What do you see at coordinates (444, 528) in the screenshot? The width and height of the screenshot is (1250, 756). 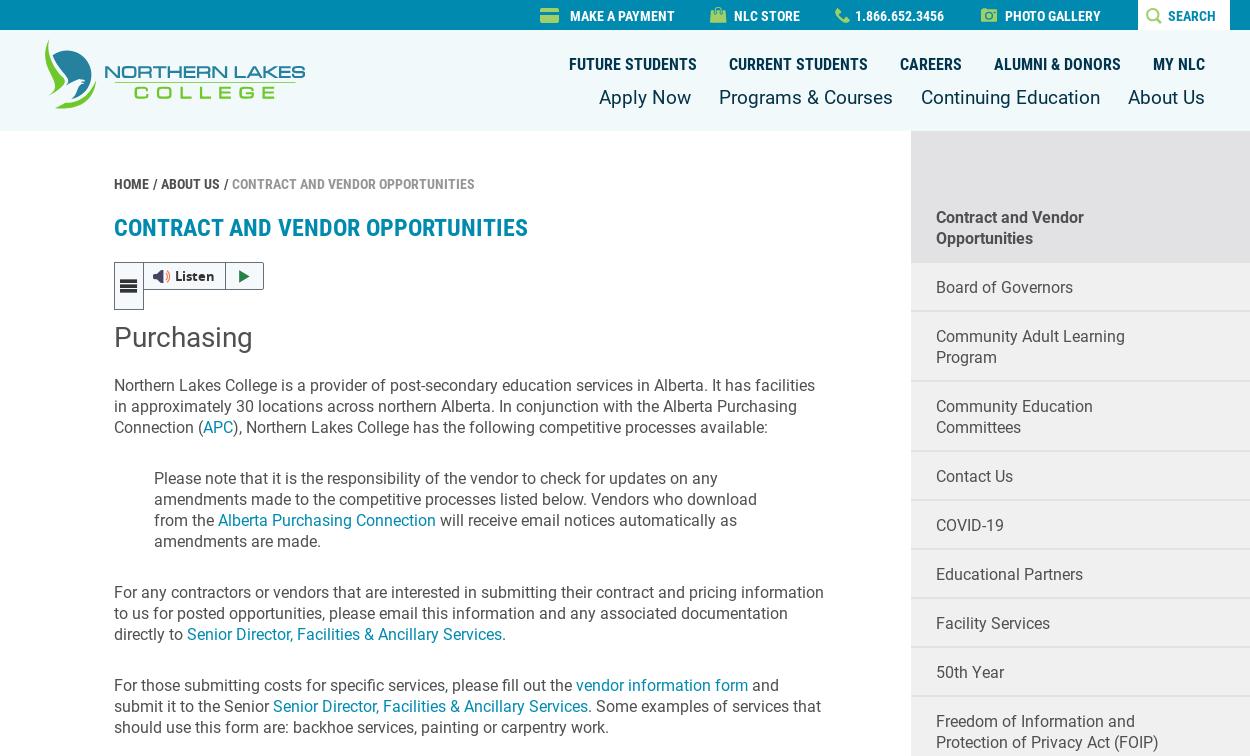 I see `'will receive email notices automatically as amendments are made.'` at bounding box center [444, 528].